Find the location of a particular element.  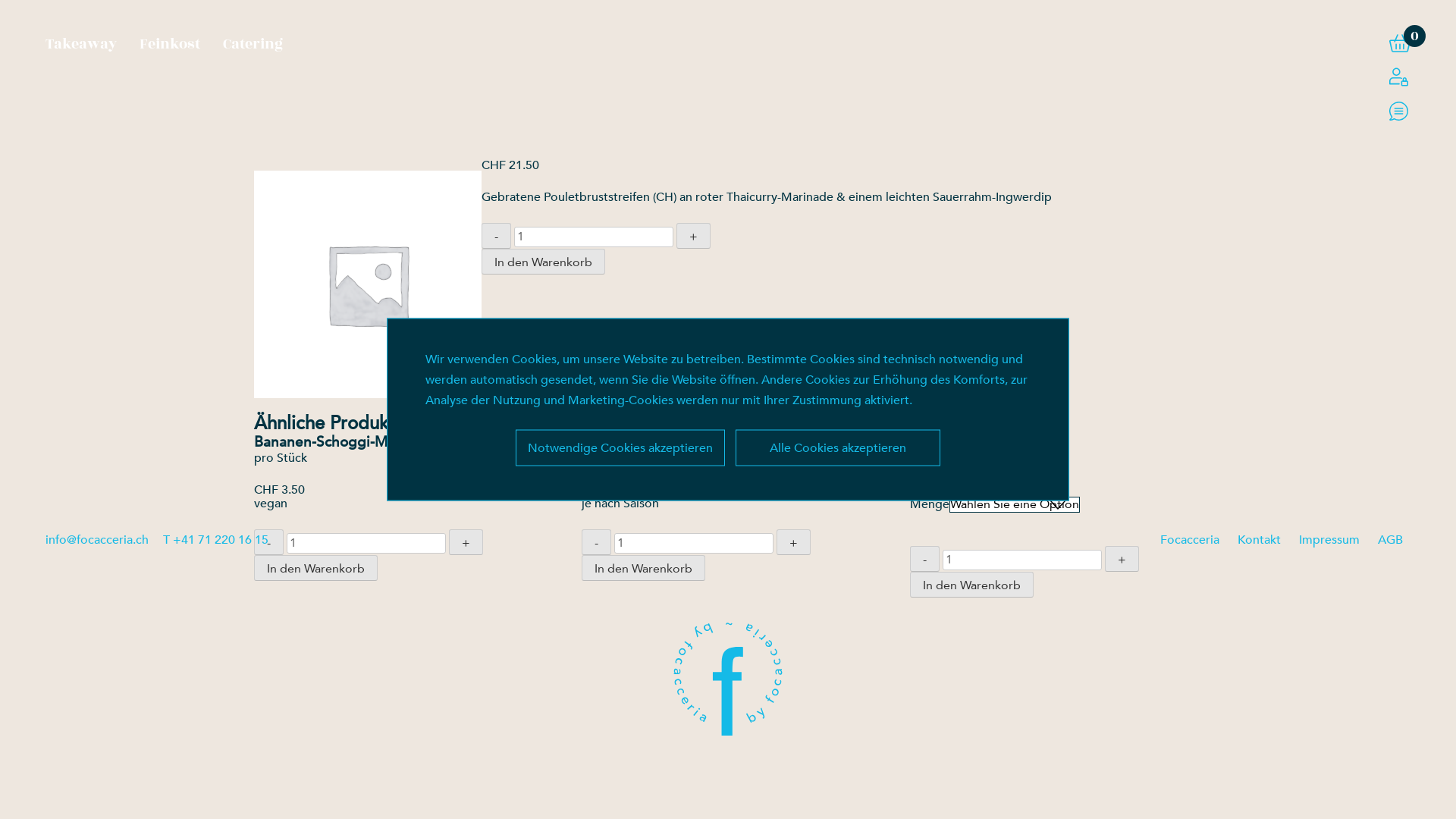

'Focacceria' is located at coordinates (1189, 539).